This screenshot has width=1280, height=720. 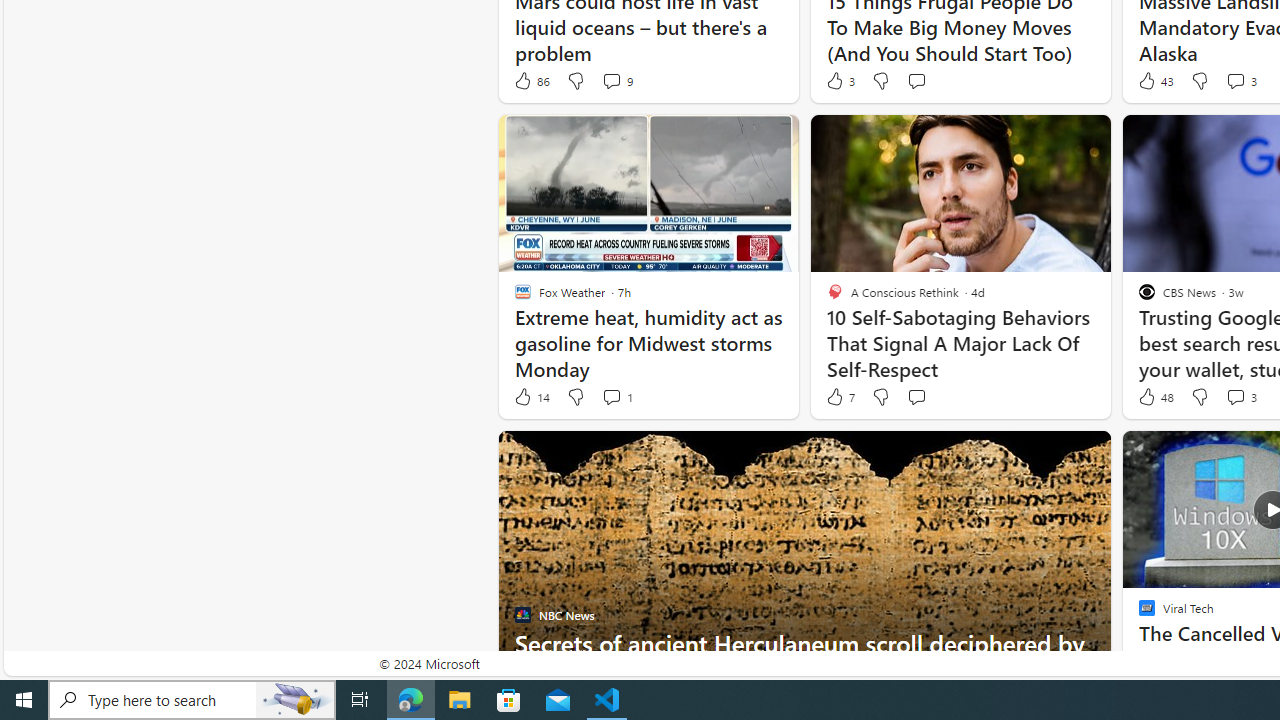 I want to click on '48 Like', so click(x=1154, y=397).